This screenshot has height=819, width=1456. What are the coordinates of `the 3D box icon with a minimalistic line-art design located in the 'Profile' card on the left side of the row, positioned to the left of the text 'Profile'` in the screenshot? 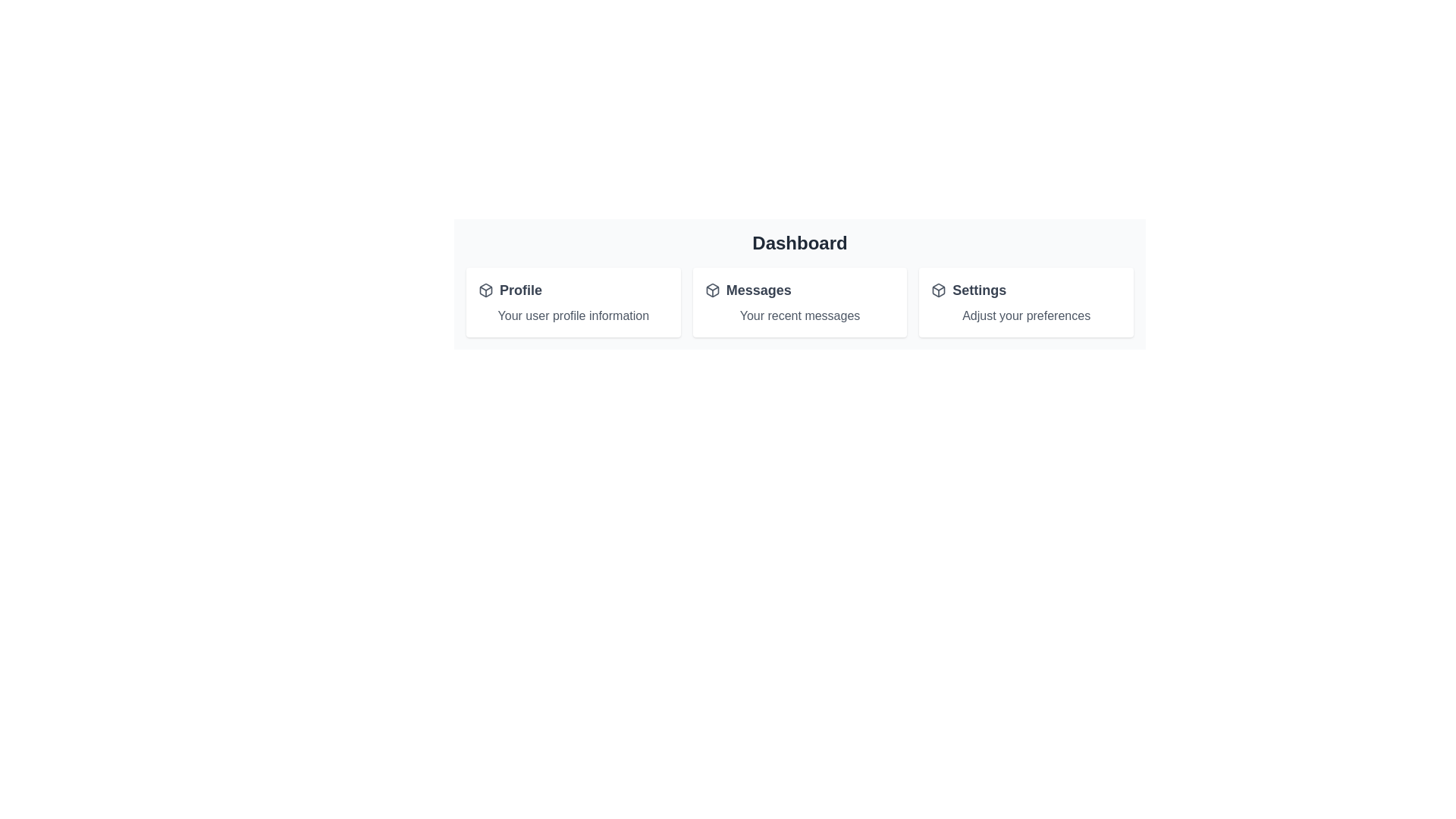 It's located at (486, 290).